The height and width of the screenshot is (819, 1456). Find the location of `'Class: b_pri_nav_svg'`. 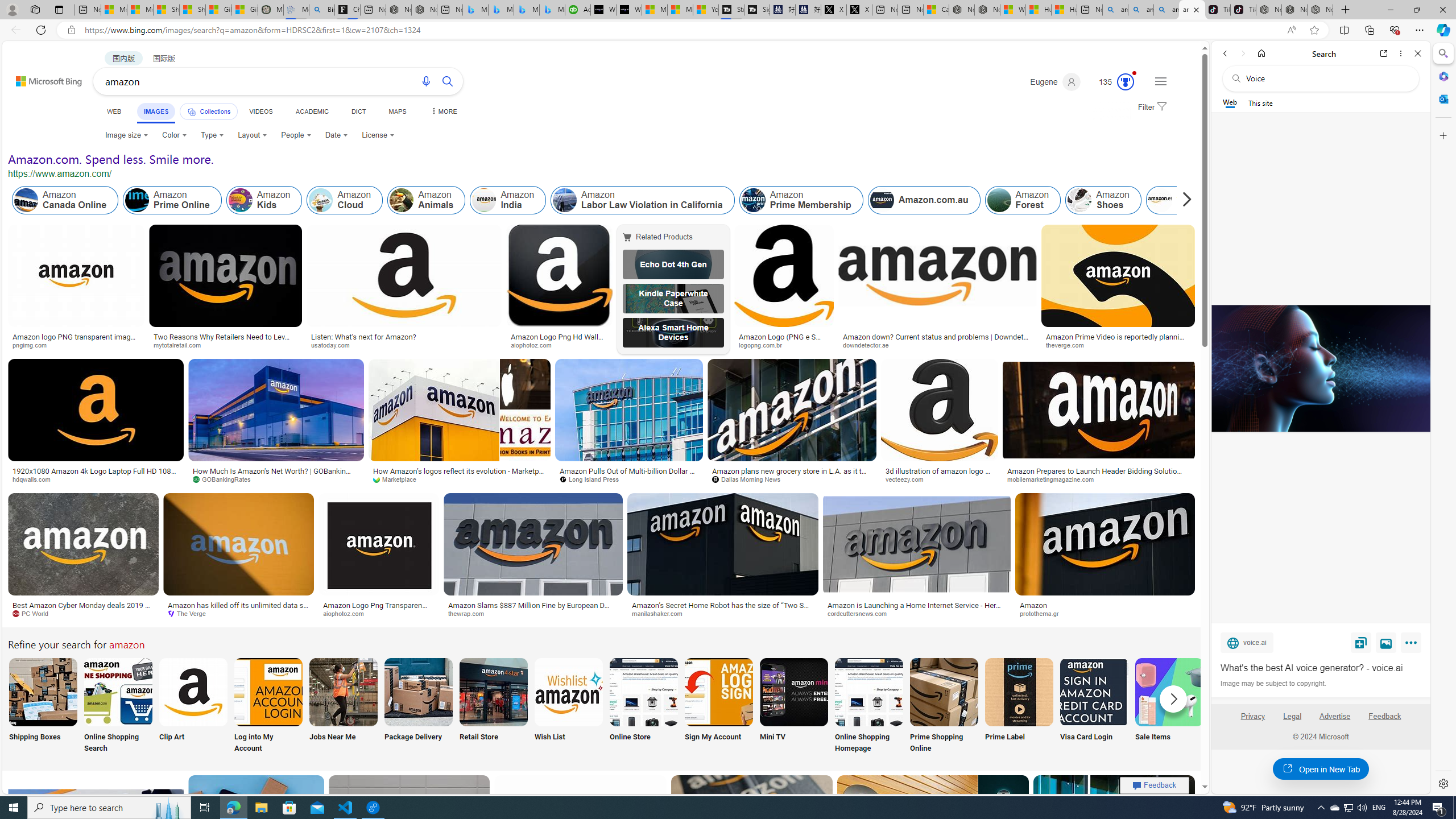

'Class: b_pri_nav_svg' is located at coordinates (192, 111).